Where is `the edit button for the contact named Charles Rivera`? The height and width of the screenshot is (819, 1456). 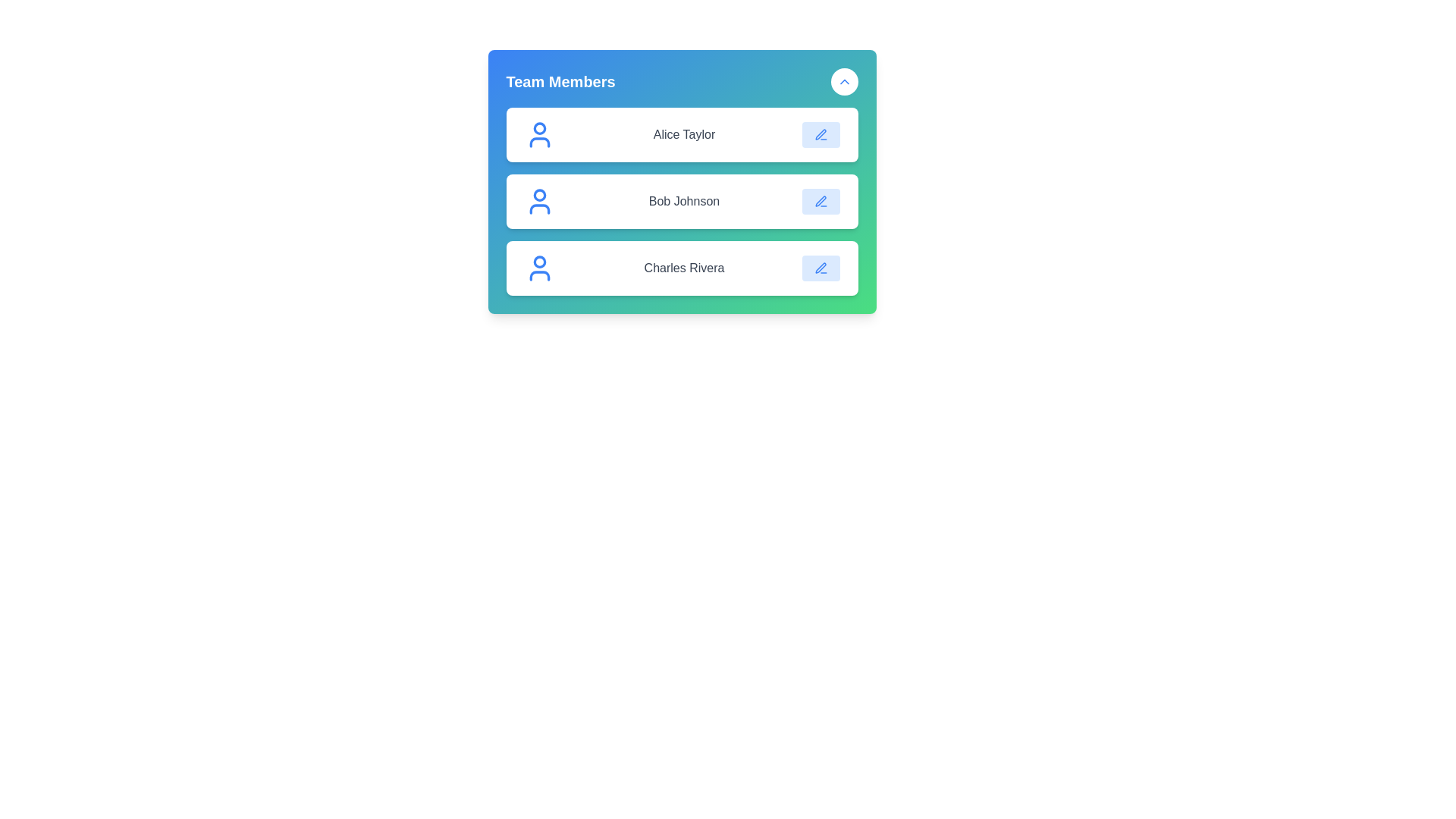 the edit button for the contact named Charles Rivera is located at coordinates (820, 268).